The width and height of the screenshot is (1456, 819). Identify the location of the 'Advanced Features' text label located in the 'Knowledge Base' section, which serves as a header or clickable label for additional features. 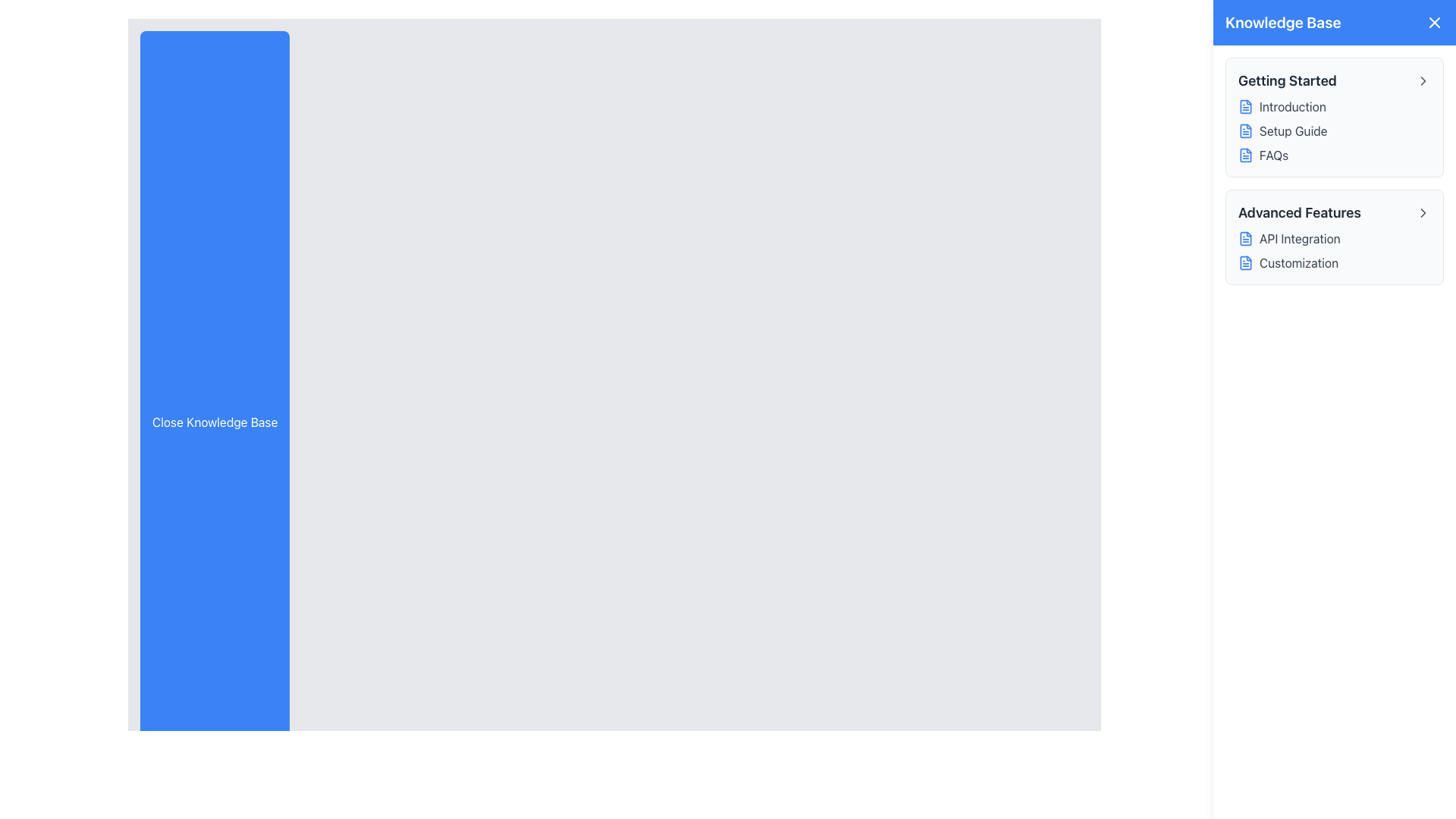
(1298, 213).